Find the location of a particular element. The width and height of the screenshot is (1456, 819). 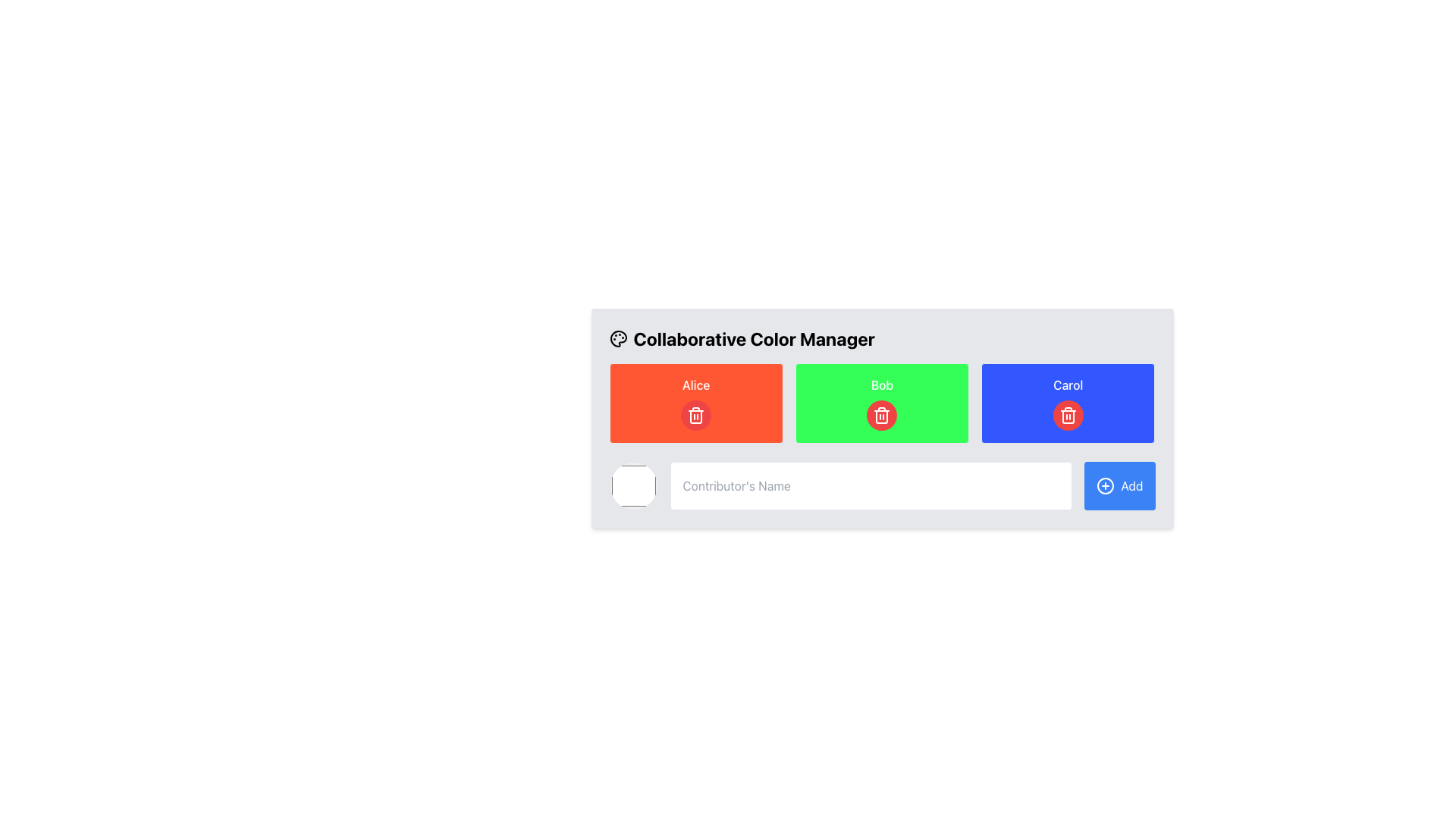

the circular icon with a white 'plus' symbol within a white ring, located in the blue rectangle labeled 'Add' at the bottom right of the interface is located at coordinates (1106, 485).